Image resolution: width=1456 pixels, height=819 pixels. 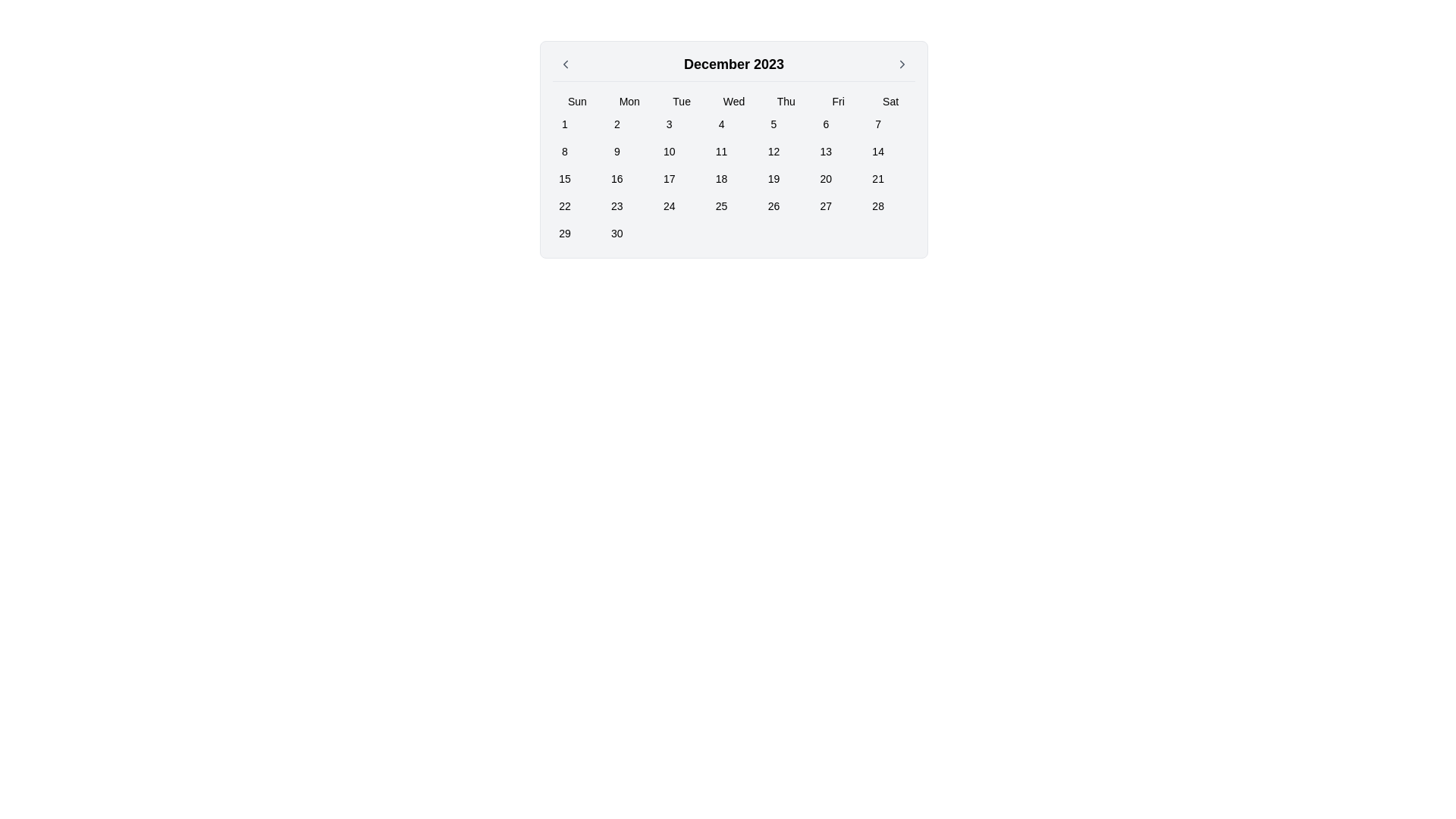 I want to click on the interactive calendar cell button representing the date '20', so click(x=825, y=177).